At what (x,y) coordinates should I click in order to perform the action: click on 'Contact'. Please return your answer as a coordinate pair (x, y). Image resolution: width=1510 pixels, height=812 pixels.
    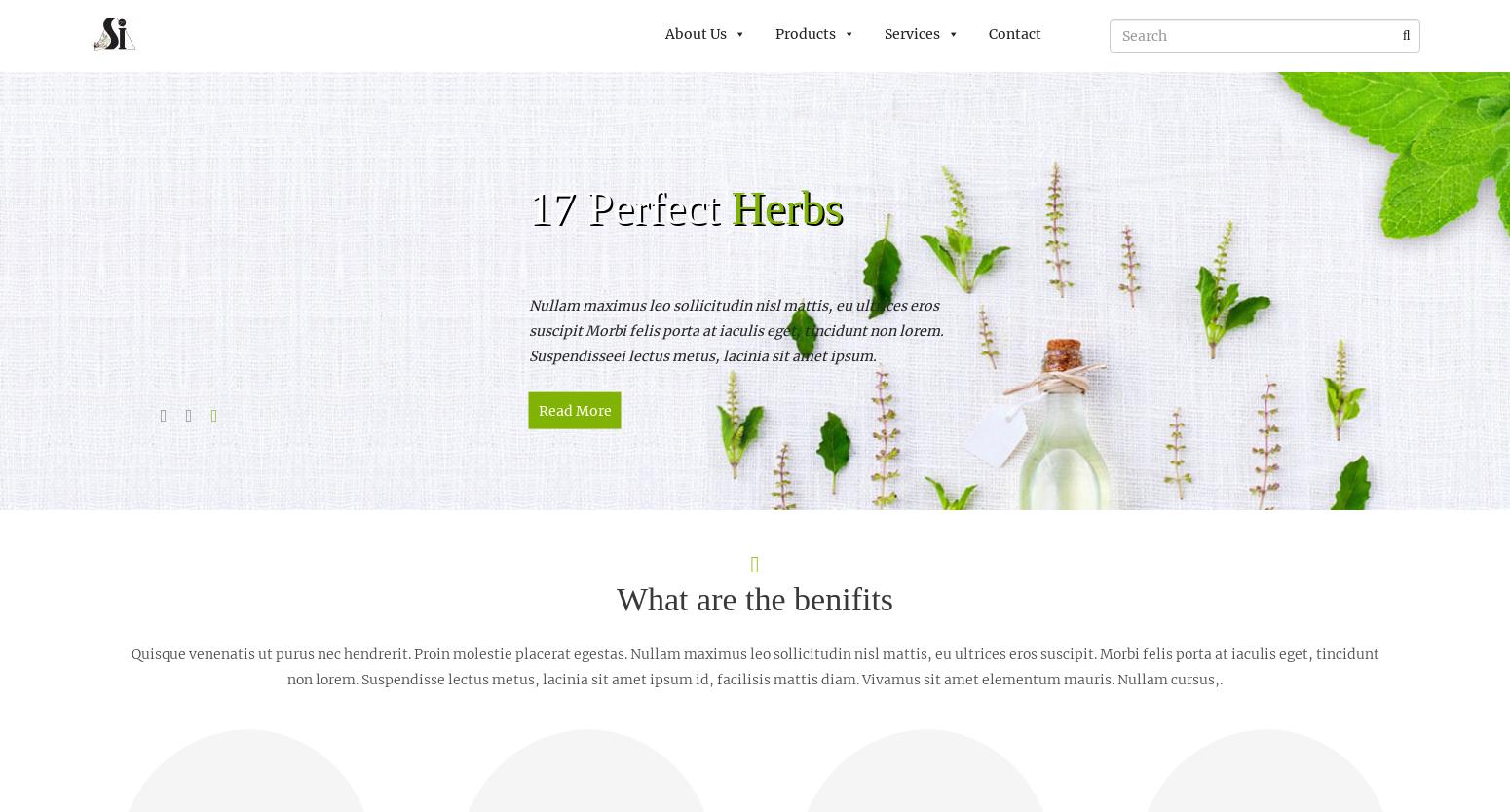
    Looking at the image, I should click on (1013, 34).